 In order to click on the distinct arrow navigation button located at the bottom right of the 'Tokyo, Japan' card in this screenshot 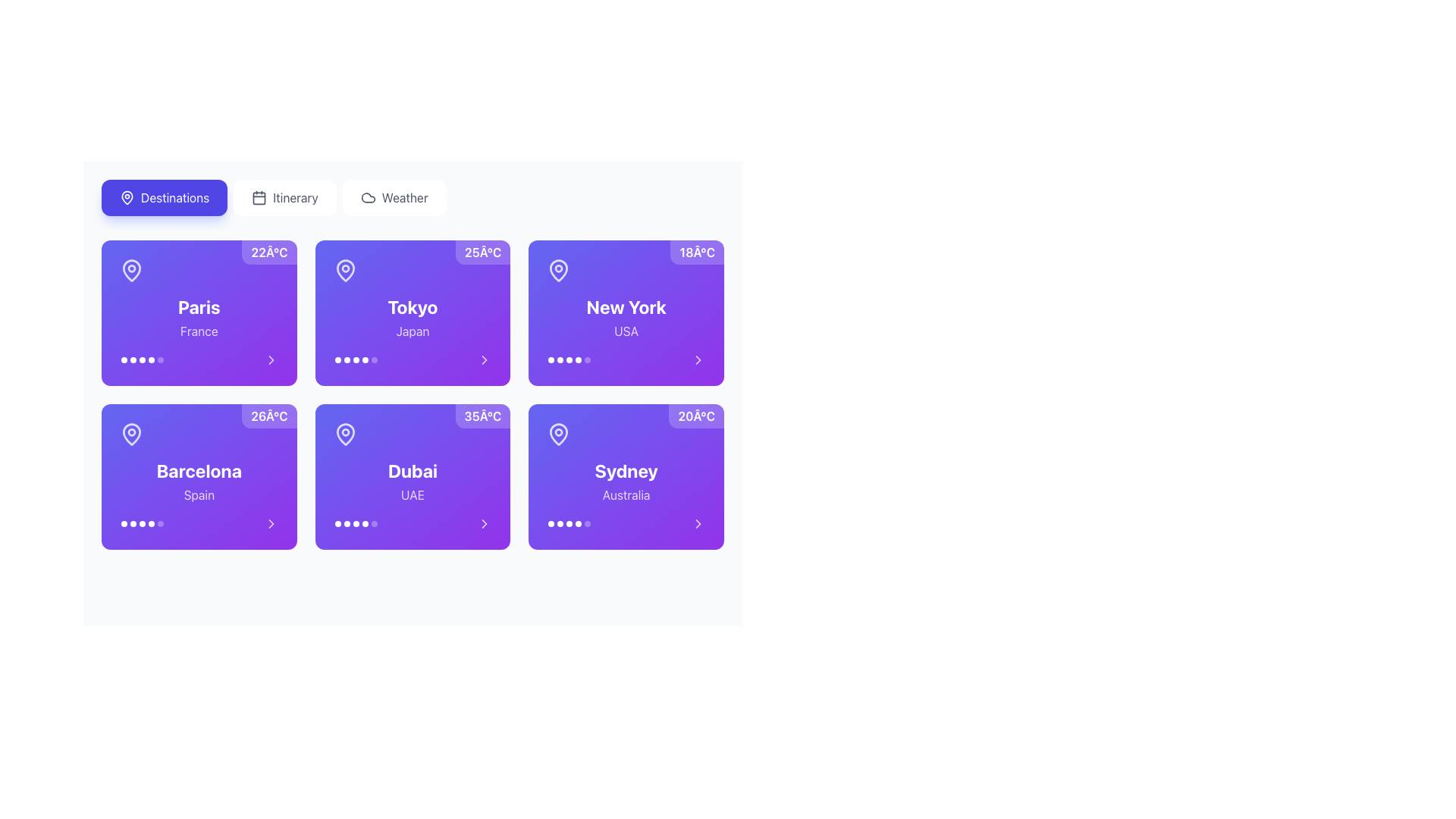, I will do `click(484, 359)`.